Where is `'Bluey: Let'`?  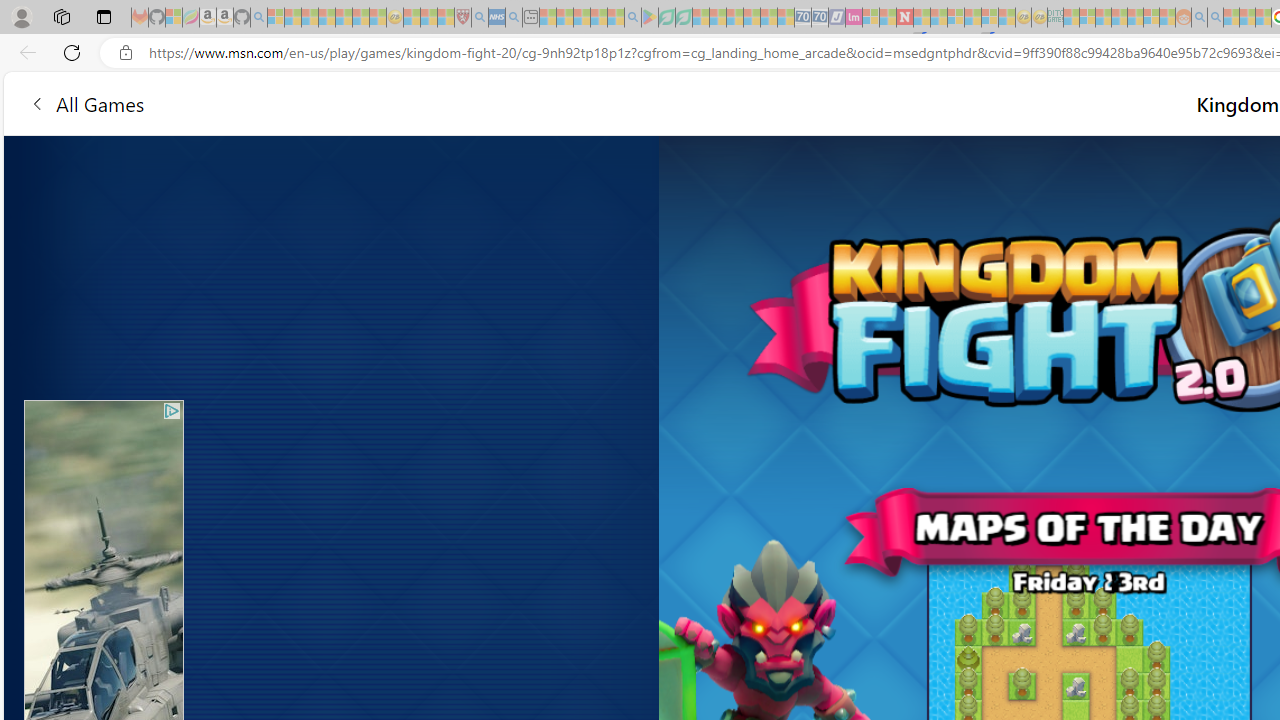 'Bluey: Let' is located at coordinates (650, 17).